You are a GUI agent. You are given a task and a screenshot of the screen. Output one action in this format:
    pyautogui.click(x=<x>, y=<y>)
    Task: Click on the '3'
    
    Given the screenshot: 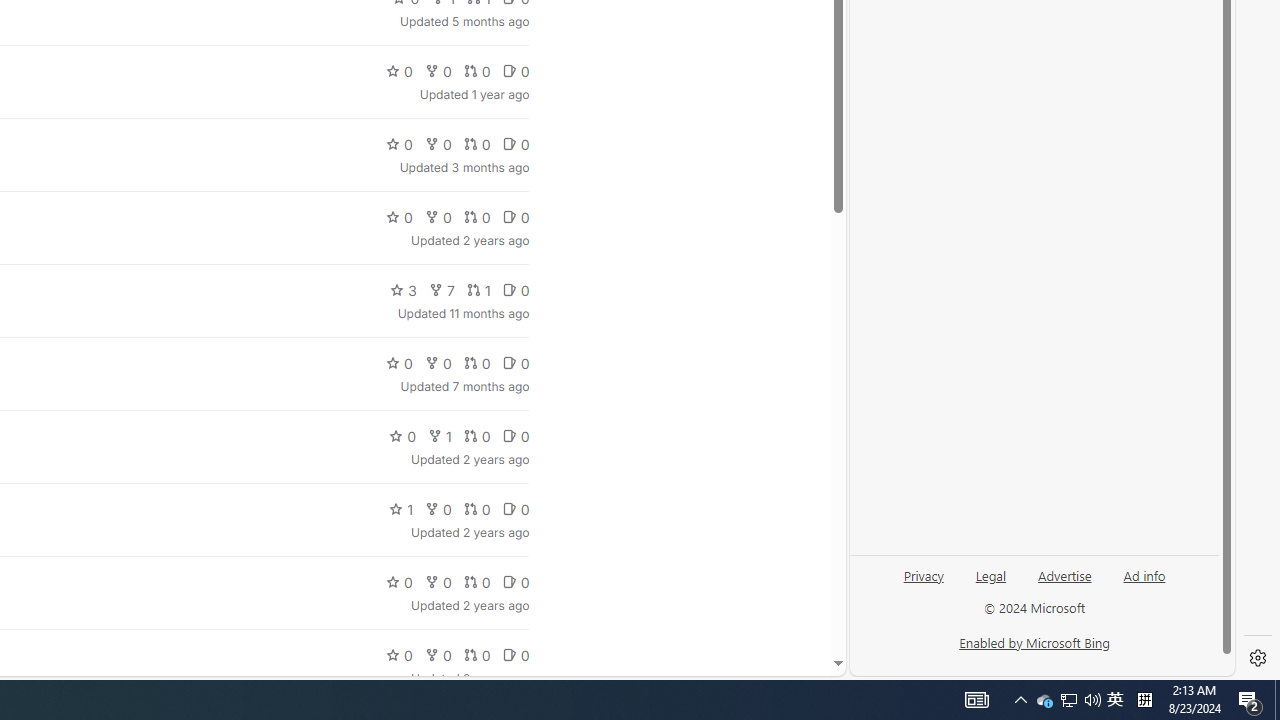 What is the action you would take?
    pyautogui.click(x=402, y=290)
    